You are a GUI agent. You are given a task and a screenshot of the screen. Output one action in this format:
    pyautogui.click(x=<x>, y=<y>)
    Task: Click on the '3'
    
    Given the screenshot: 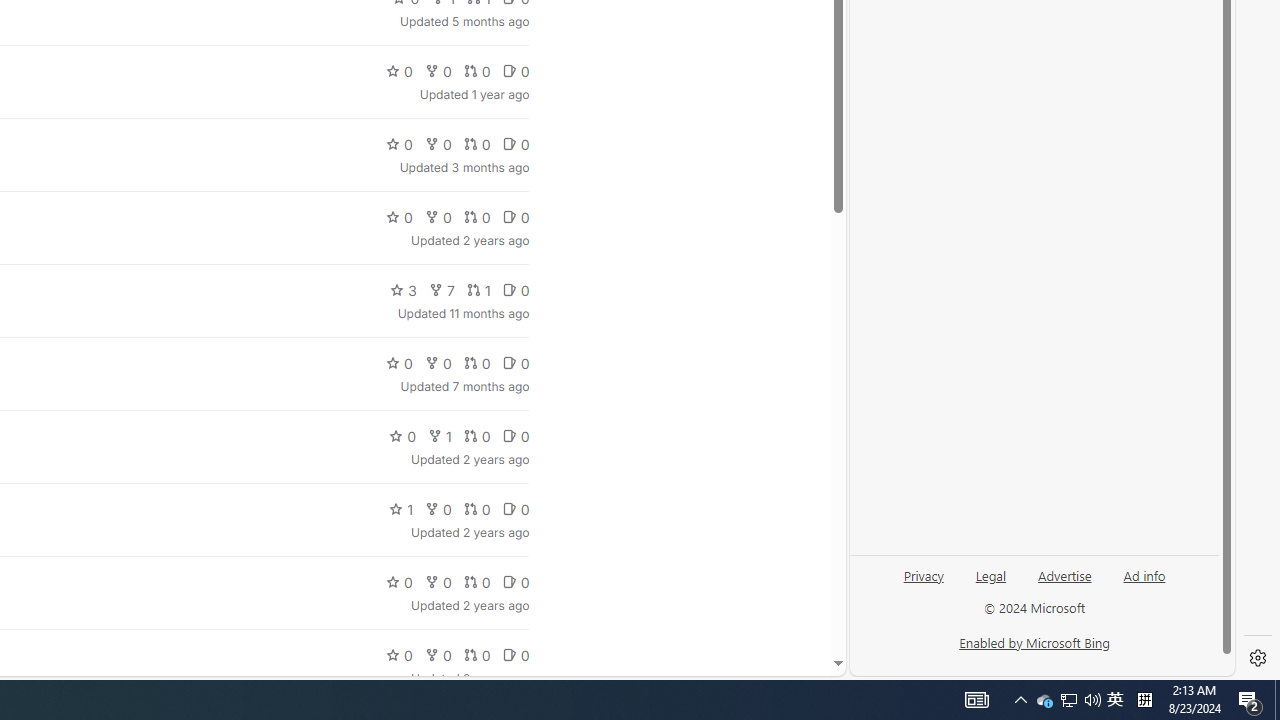 What is the action you would take?
    pyautogui.click(x=402, y=290)
    